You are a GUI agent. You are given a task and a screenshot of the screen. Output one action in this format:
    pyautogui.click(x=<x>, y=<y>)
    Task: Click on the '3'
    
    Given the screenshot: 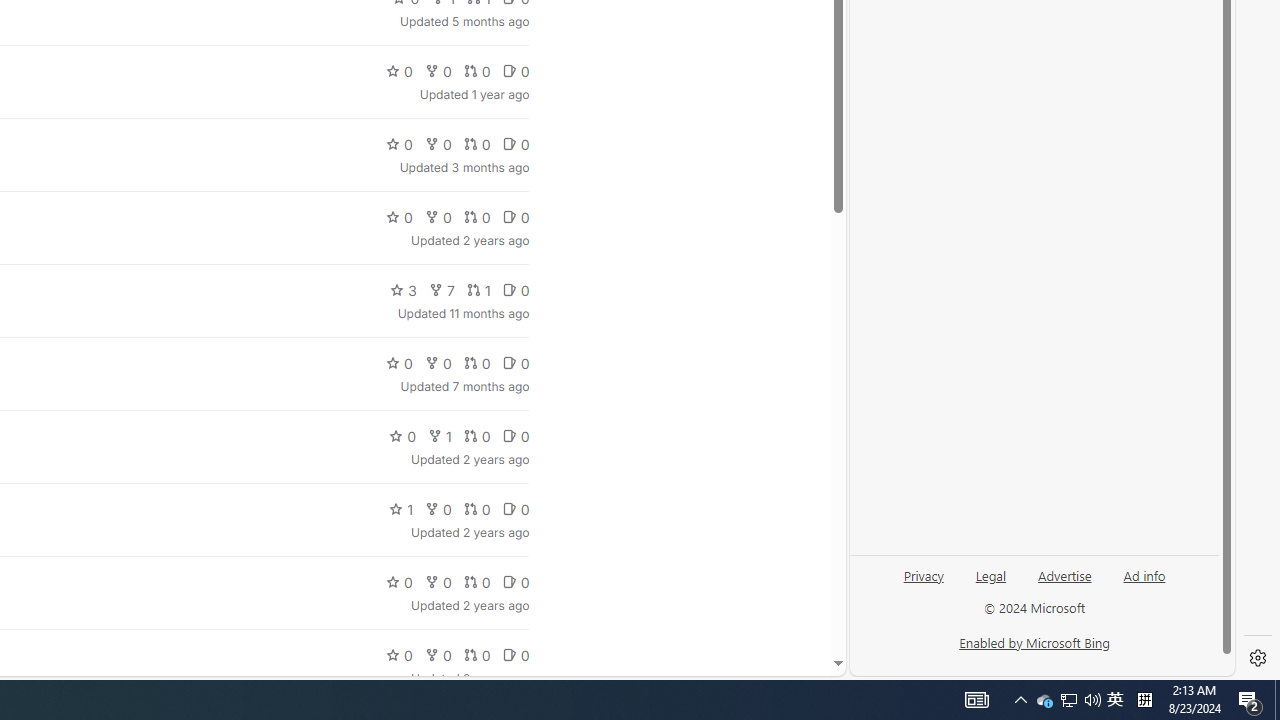 What is the action you would take?
    pyautogui.click(x=402, y=290)
    